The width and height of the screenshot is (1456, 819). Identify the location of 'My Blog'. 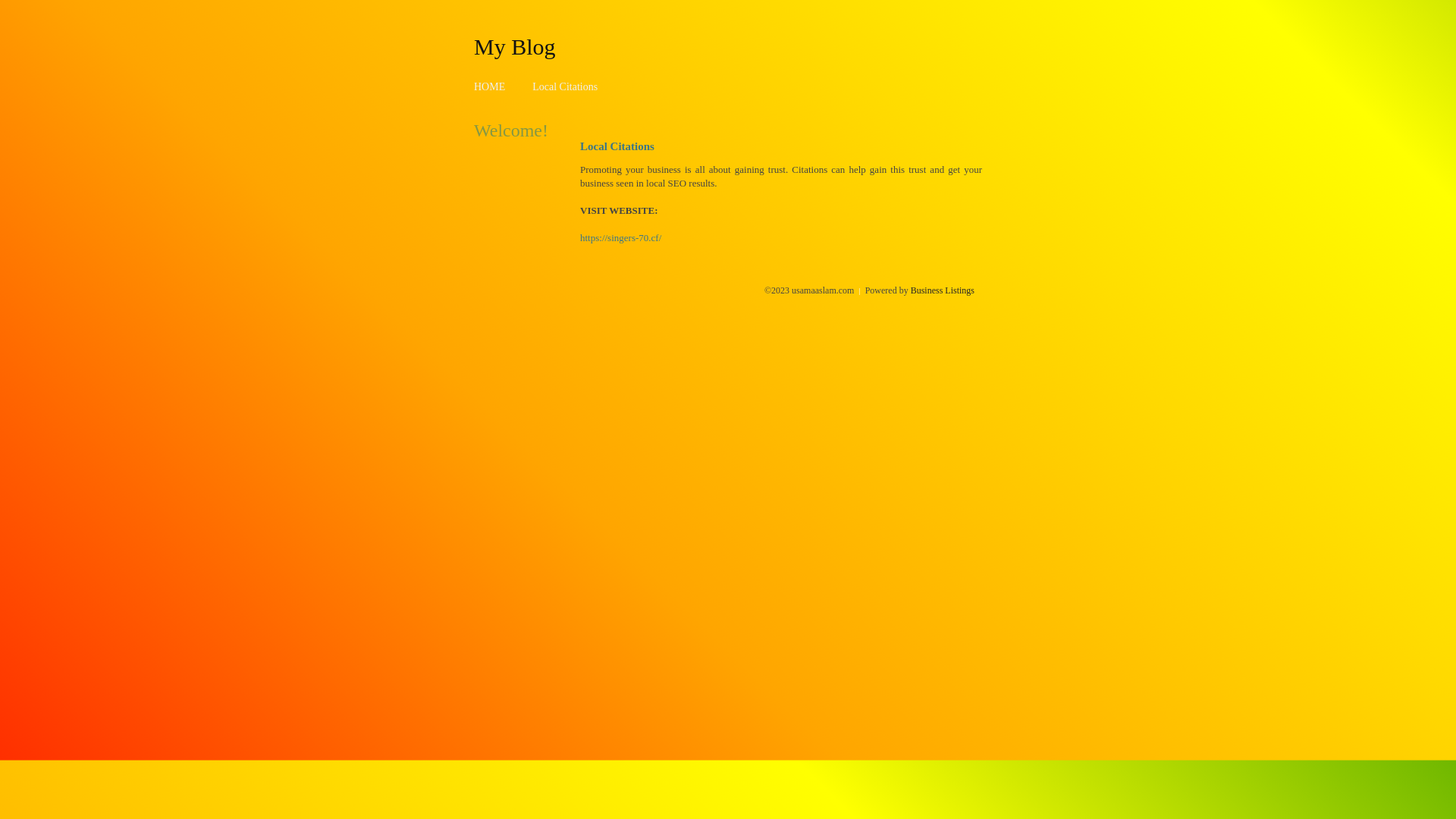
(514, 45).